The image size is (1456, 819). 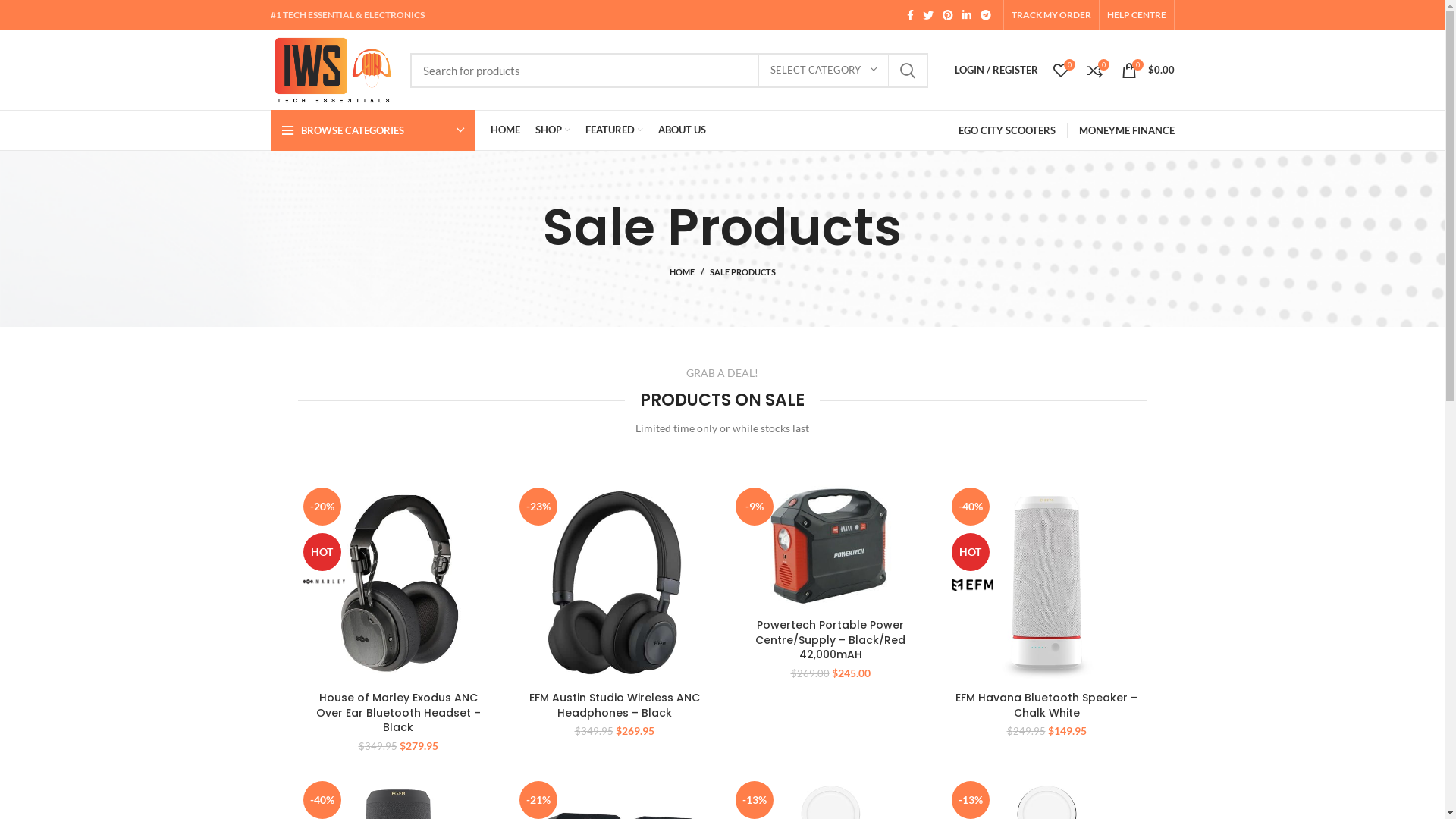 What do you see at coordinates (949, 584) in the screenshot?
I see `'efm'` at bounding box center [949, 584].